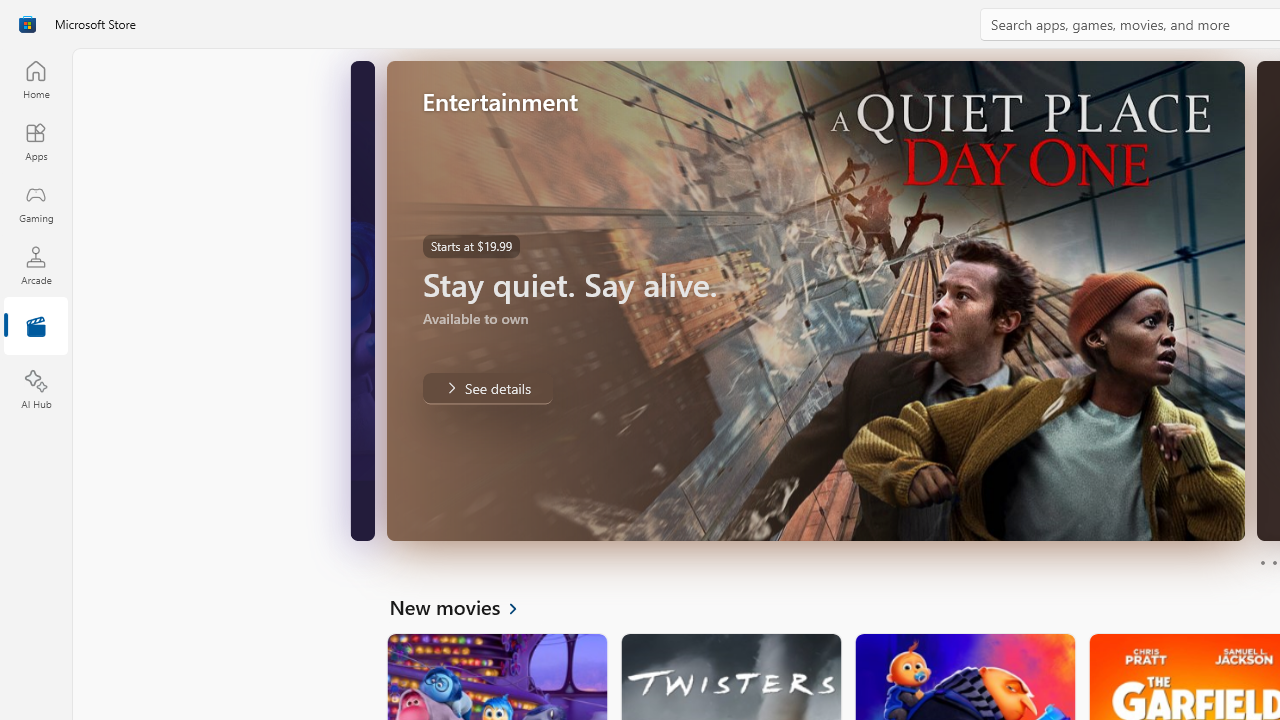 This screenshot has width=1280, height=720. What do you see at coordinates (815, 300) in the screenshot?
I see `'AutomationID: Image'` at bounding box center [815, 300].